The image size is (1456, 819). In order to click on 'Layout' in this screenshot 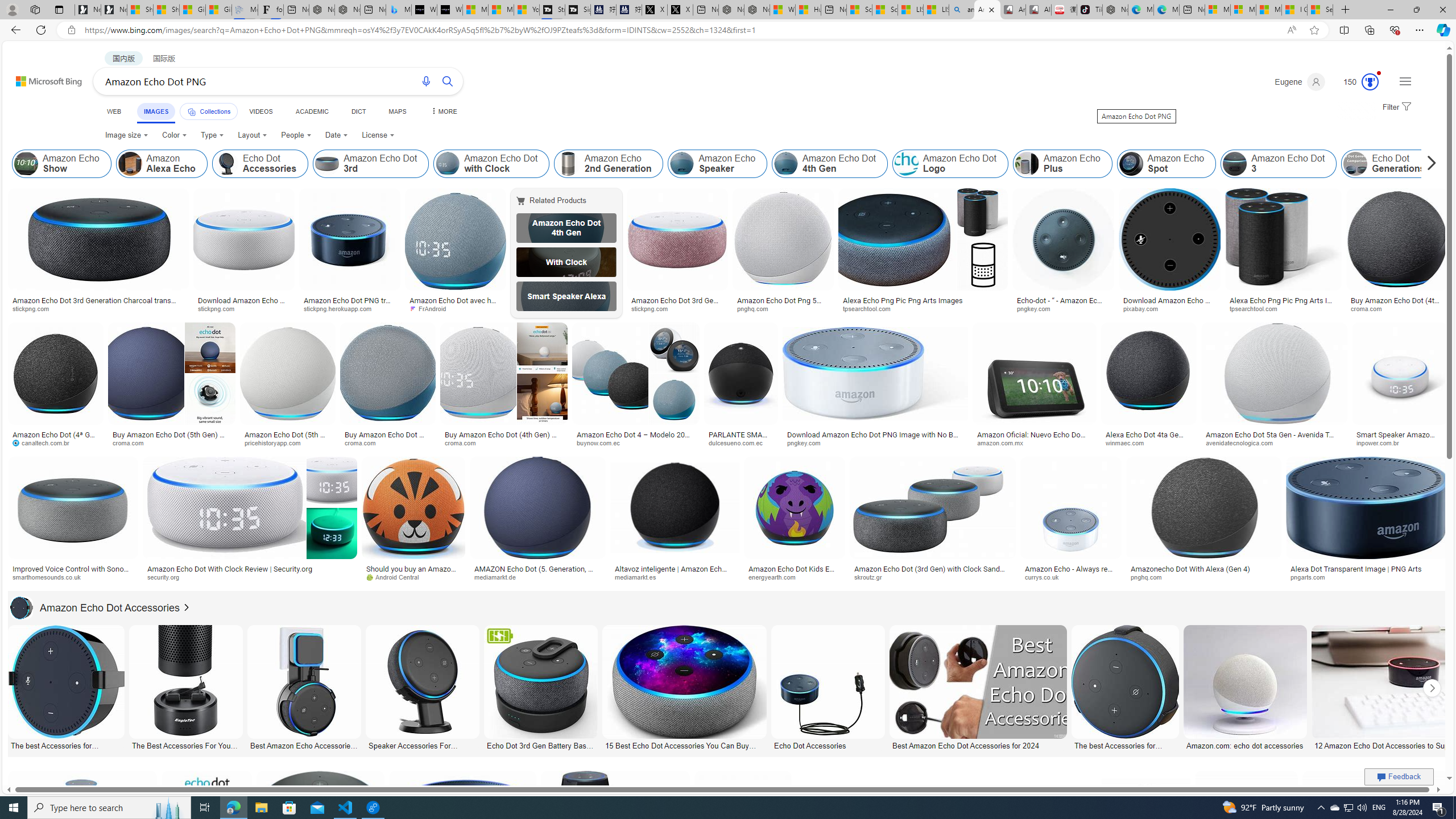, I will do `click(253, 135)`.